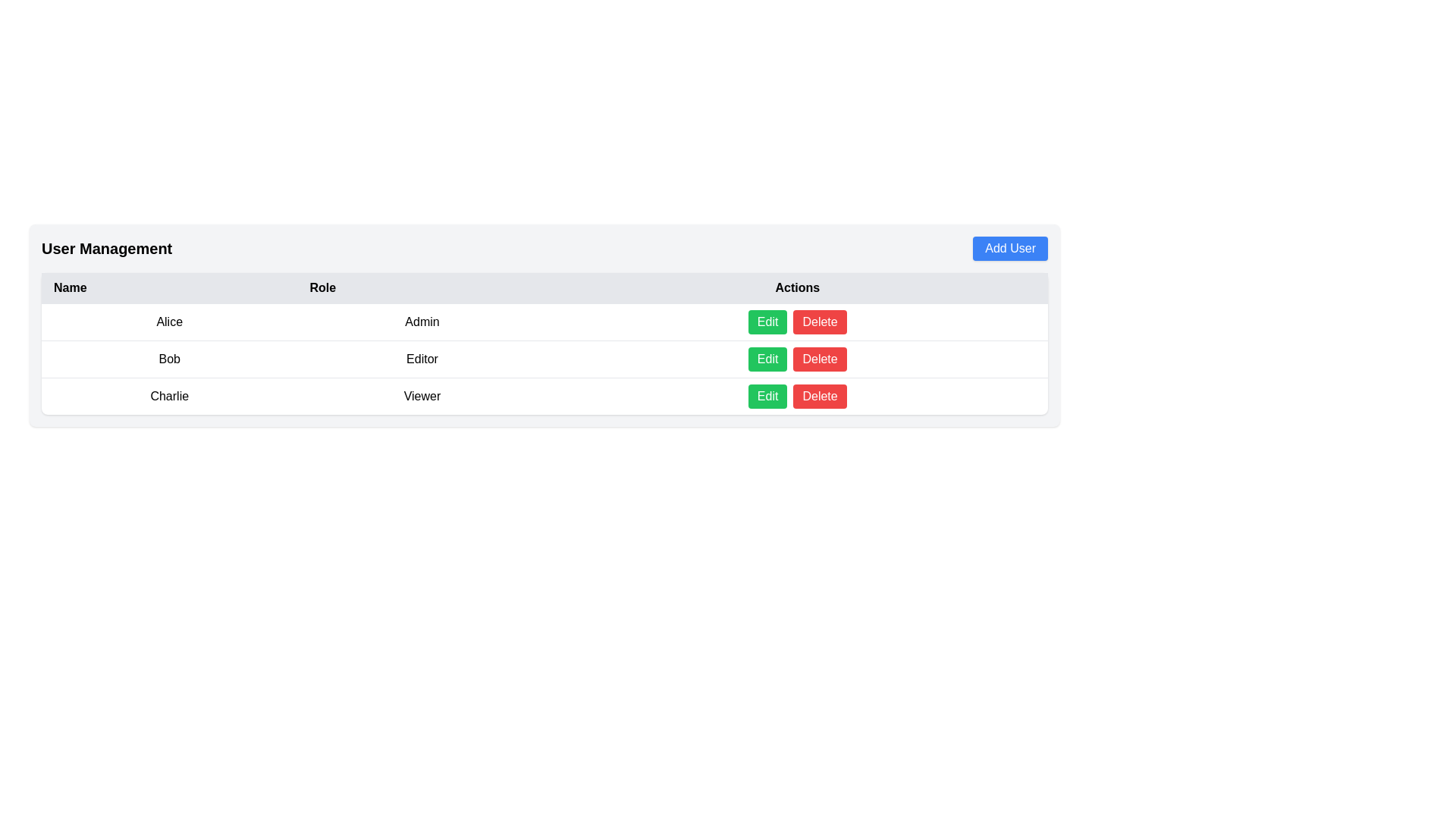  Describe the element at coordinates (422, 359) in the screenshot. I see `the text label displaying 'Editor' located in the second row of the 'Role' column in the table, which is right next to the 'Name' column containing 'Bob'` at that location.